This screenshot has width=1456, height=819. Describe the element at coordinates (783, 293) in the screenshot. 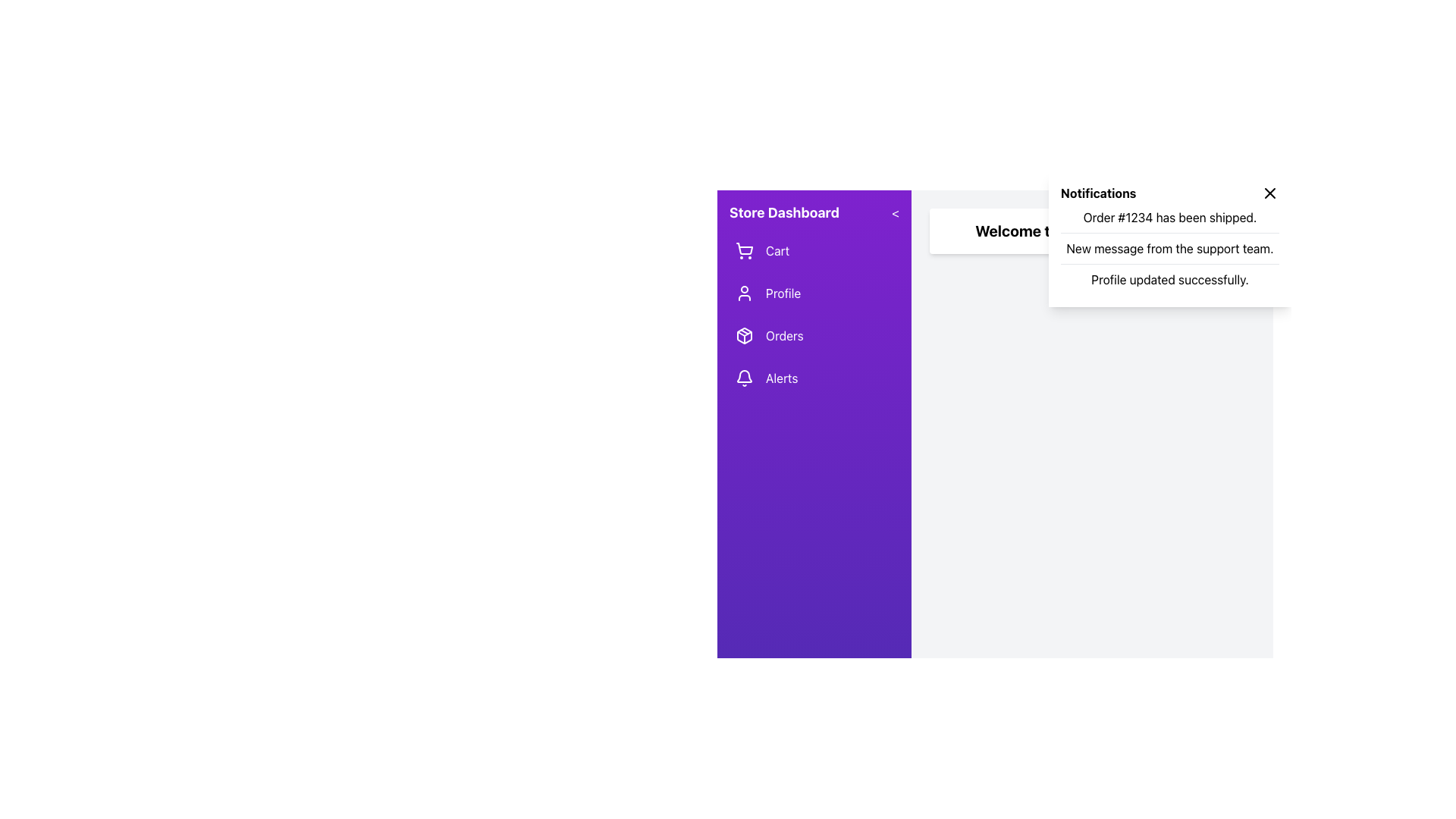

I see `the 'Profile' text label in the vertical navigation menu` at that location.